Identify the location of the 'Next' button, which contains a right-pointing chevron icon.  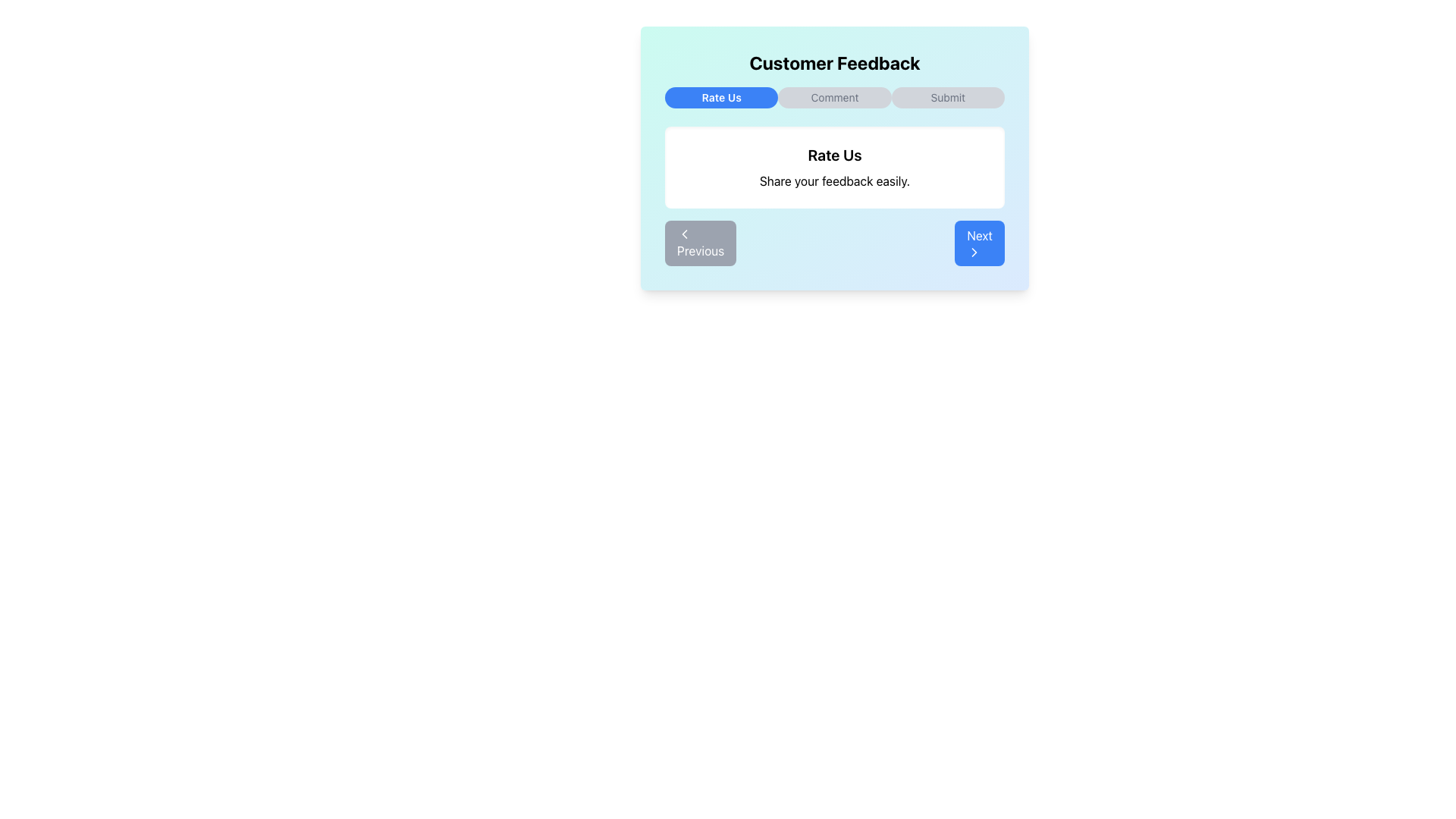
(974, 251).